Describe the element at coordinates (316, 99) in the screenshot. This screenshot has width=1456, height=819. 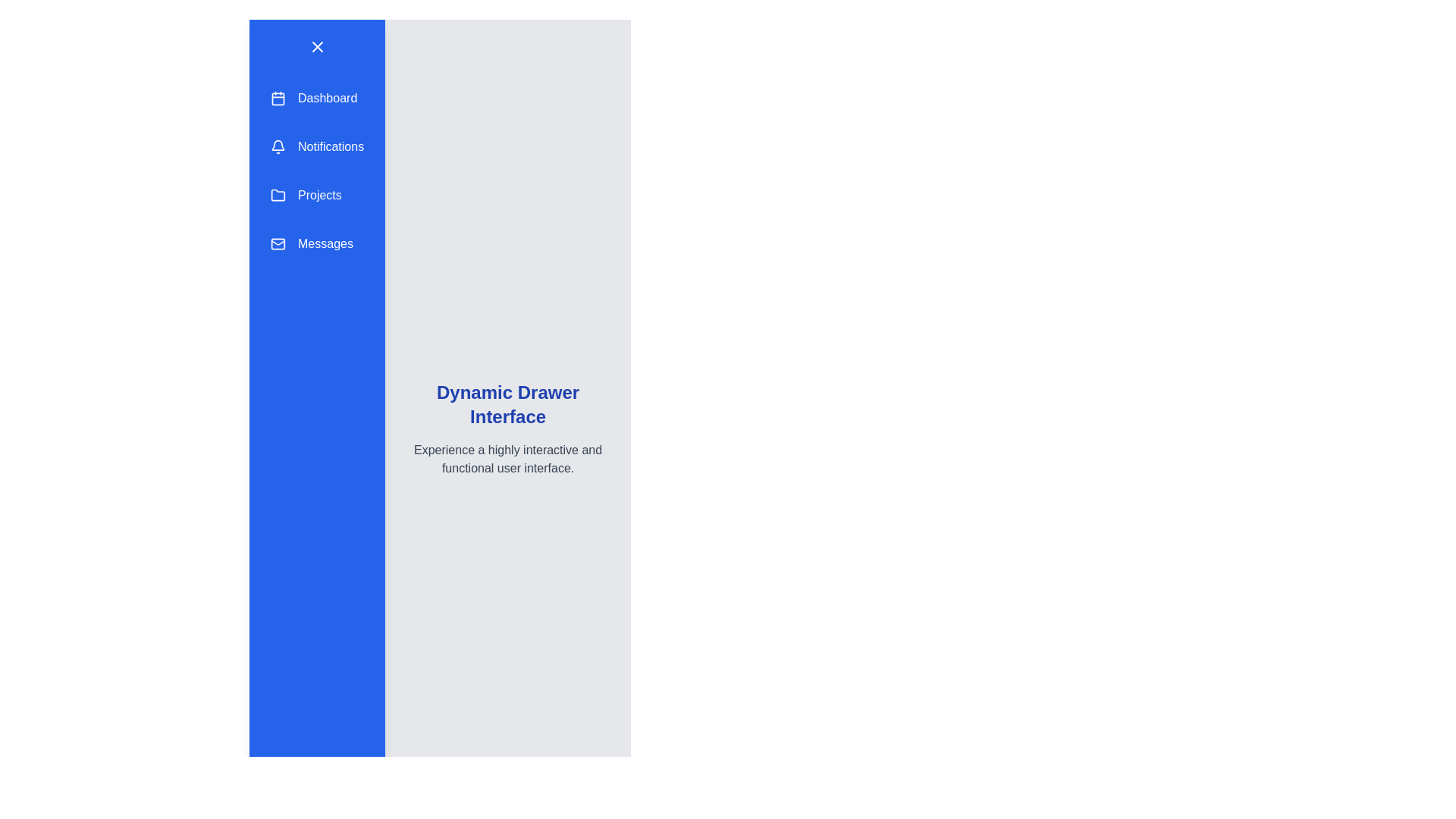
I see `the menu option Dashboard to see the hover effect` at that location.